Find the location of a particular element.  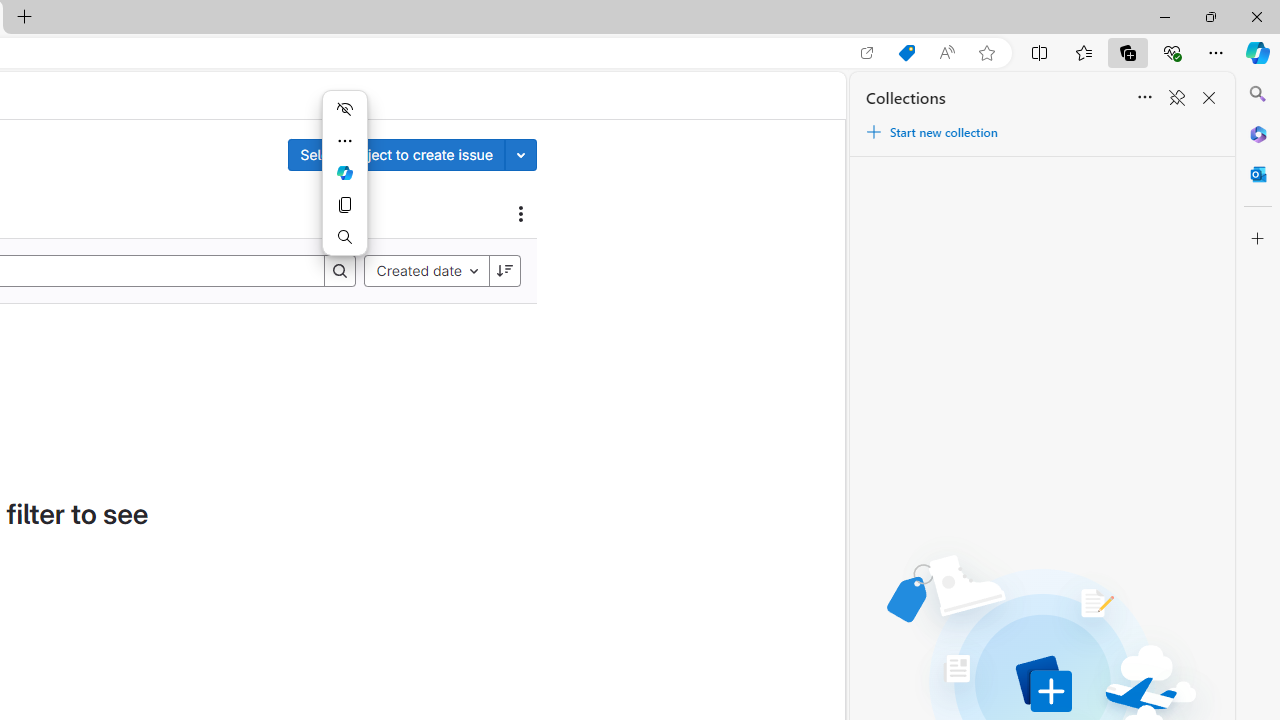

'Open in app' is located at coordinates (867, 52).